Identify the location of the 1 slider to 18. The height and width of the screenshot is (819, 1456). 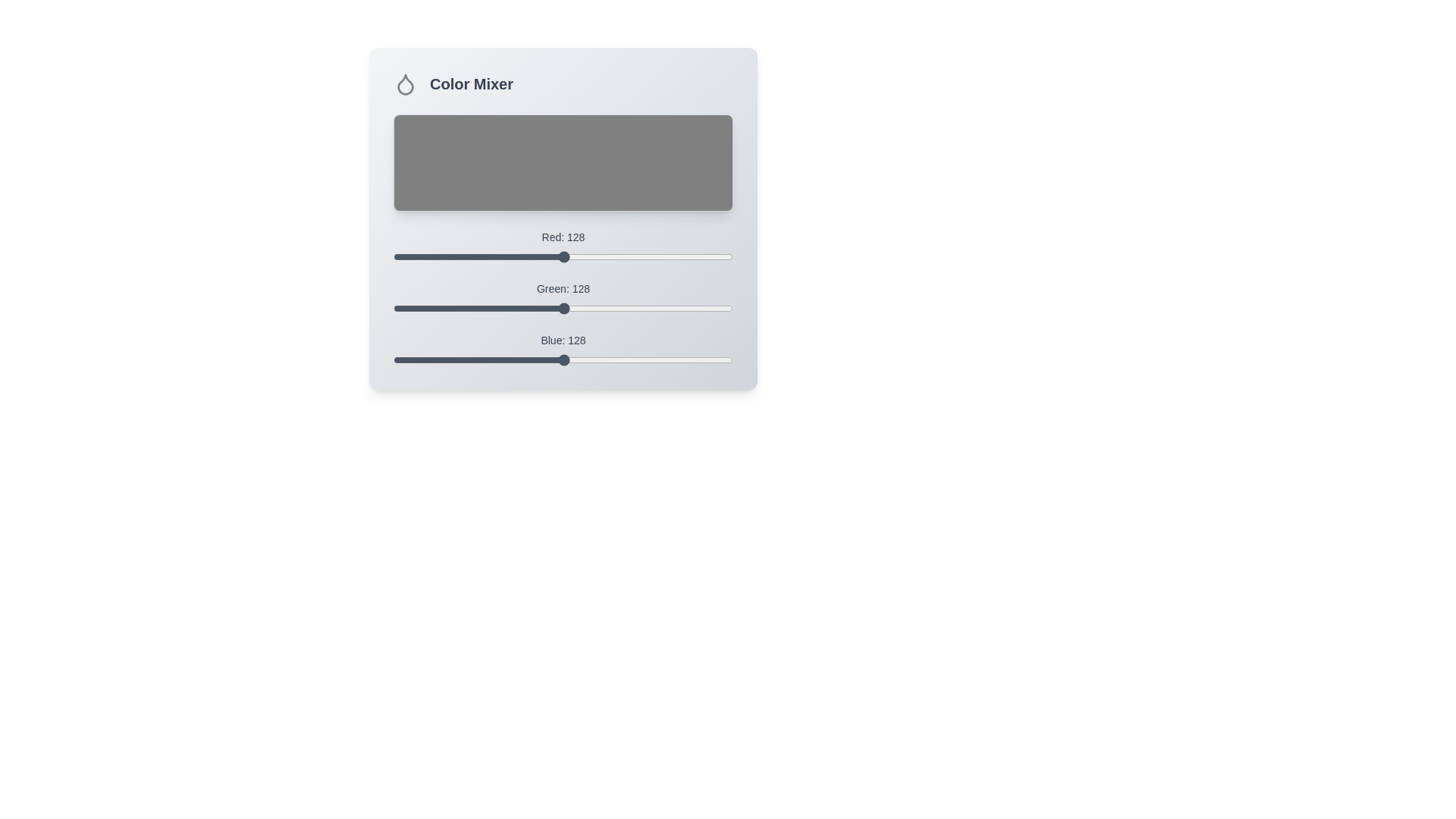
(417, 302).